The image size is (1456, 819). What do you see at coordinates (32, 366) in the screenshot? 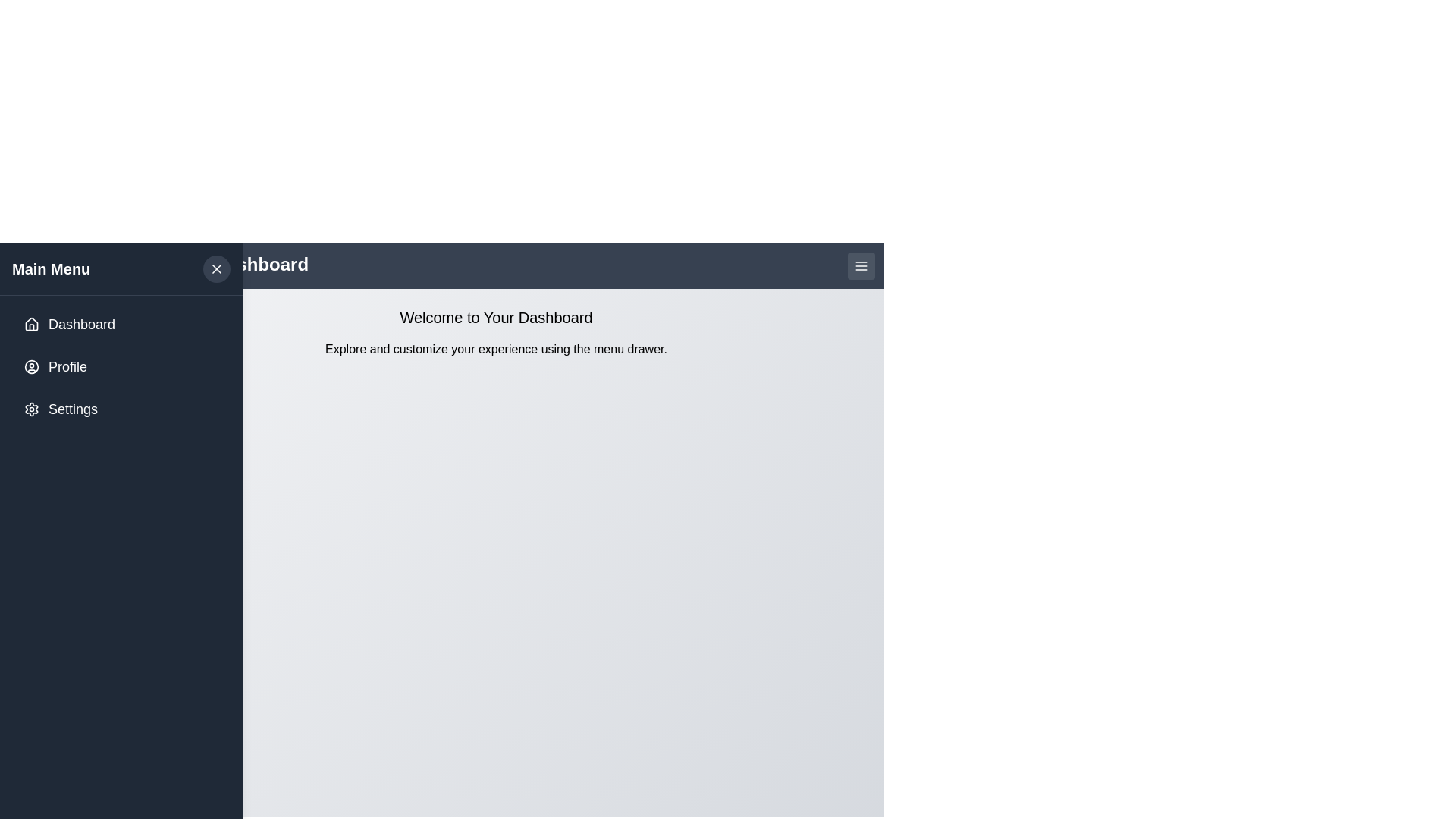
I see `the circular Decorator within the user profile icon in the sidebar, which is located between the 'Dashboard' and 'Settings' items` at bounding box center [32, 366].